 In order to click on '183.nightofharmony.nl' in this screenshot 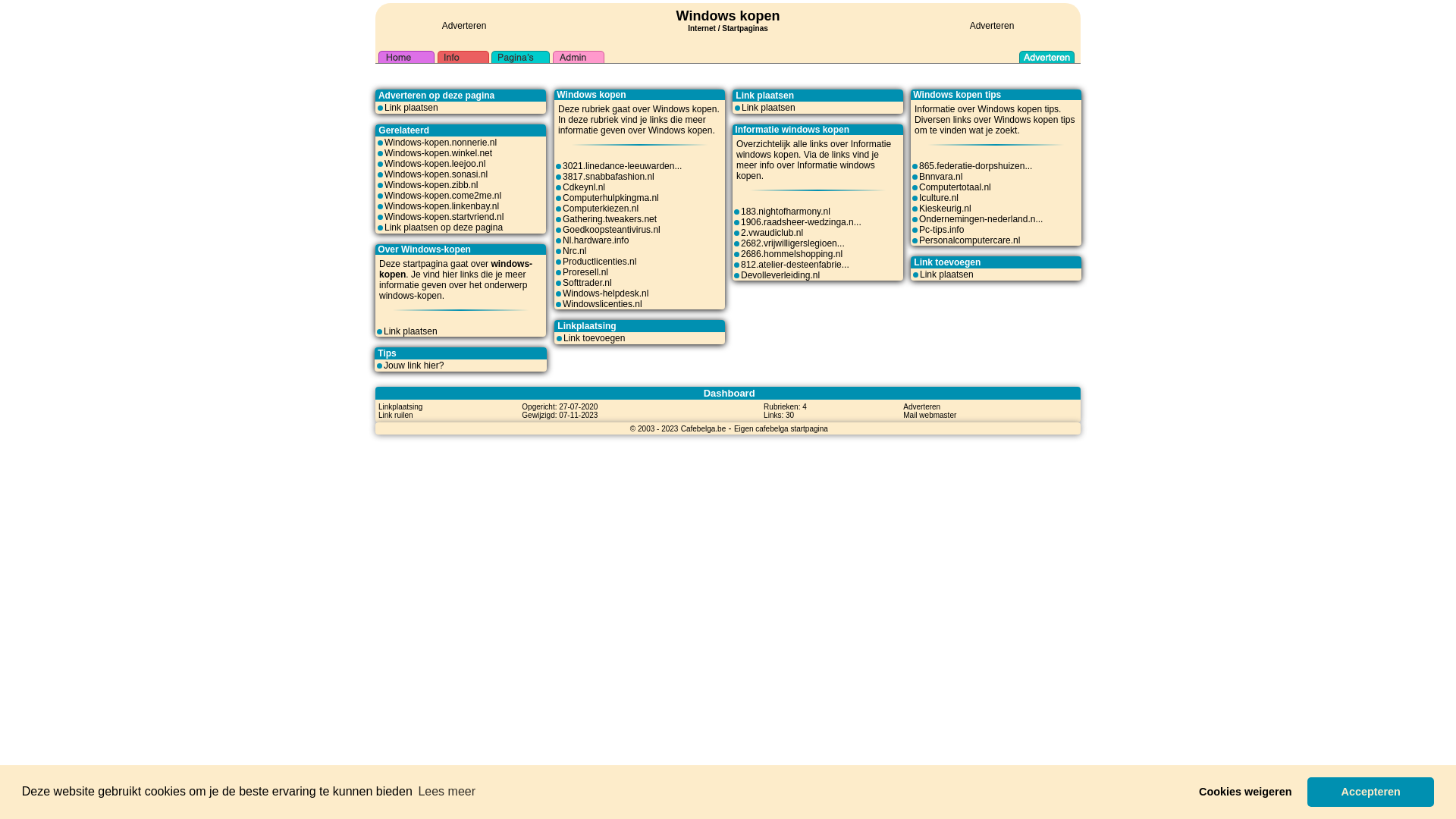, I will do `click(741, 211)`.